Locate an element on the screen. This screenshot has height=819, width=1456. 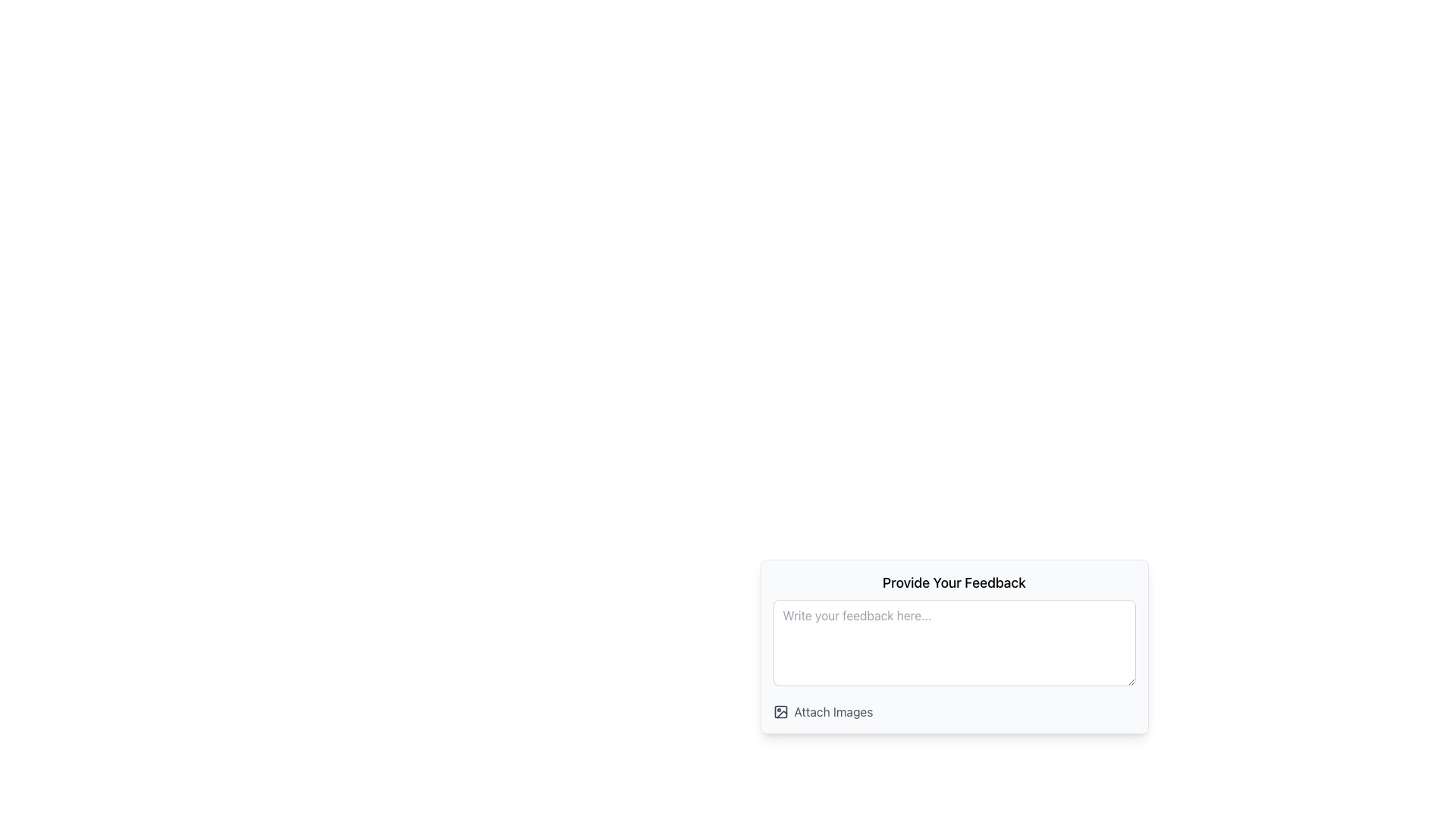
the Static Text Label displaying 'Attach Images' in a smaller, gray font style, located to the right of an image icon within the feedback submission component is located at coordinates (833, 711).